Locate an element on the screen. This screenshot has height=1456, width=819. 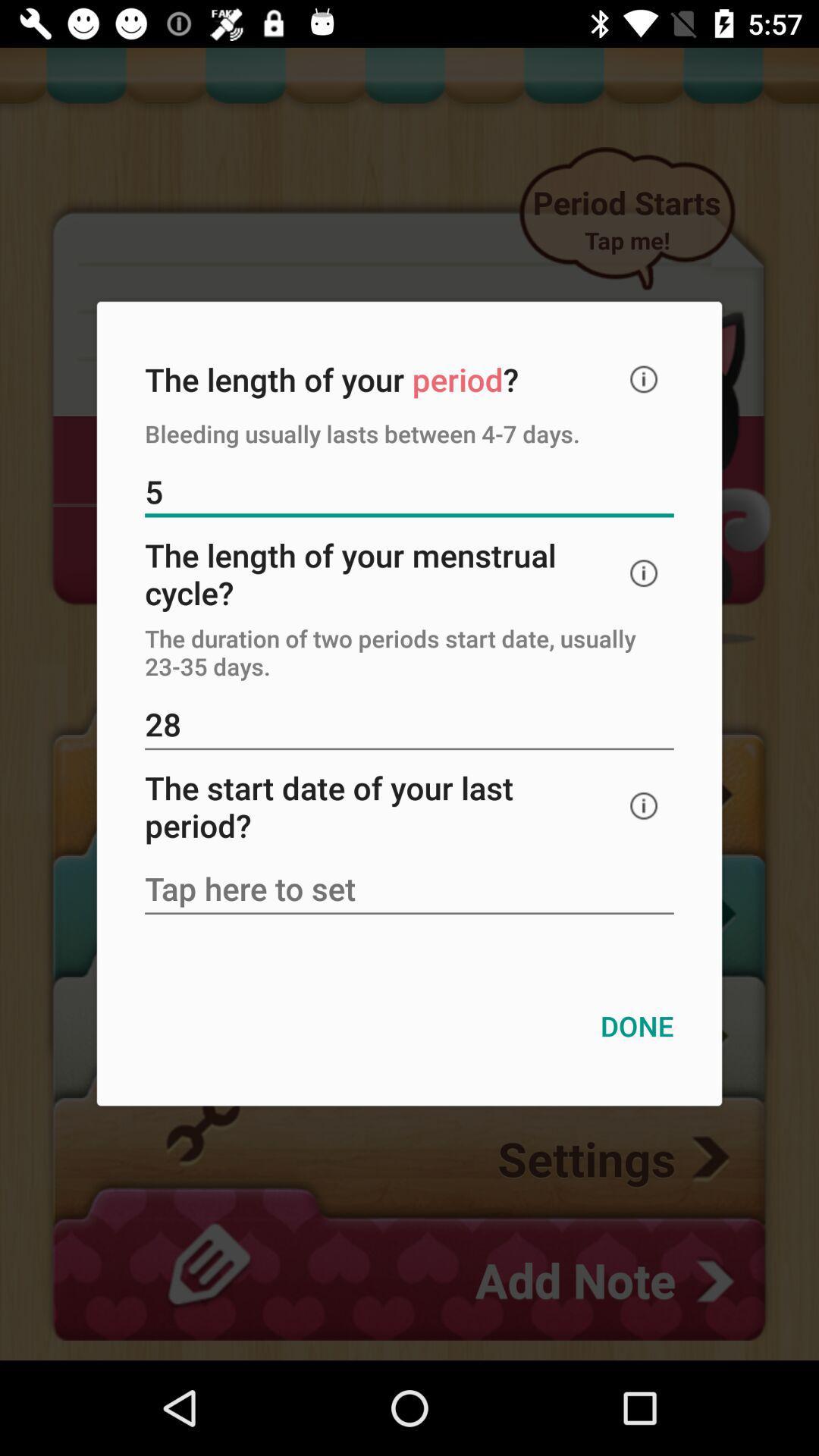
get info about prompt is located at coordinates (644, 379).